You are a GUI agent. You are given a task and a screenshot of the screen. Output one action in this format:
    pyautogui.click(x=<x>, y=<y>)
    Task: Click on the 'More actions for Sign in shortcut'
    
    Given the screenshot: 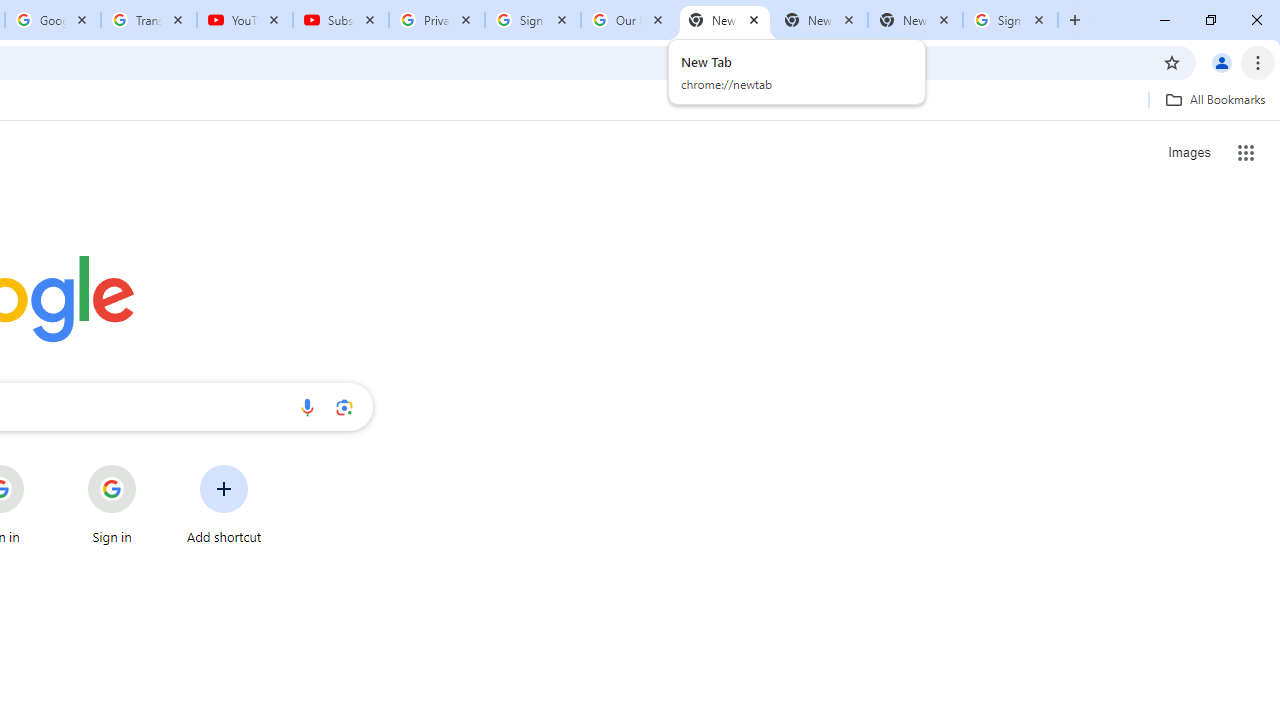 What is the action you would take?
    pyautogui.click(x=151, y=466)
    